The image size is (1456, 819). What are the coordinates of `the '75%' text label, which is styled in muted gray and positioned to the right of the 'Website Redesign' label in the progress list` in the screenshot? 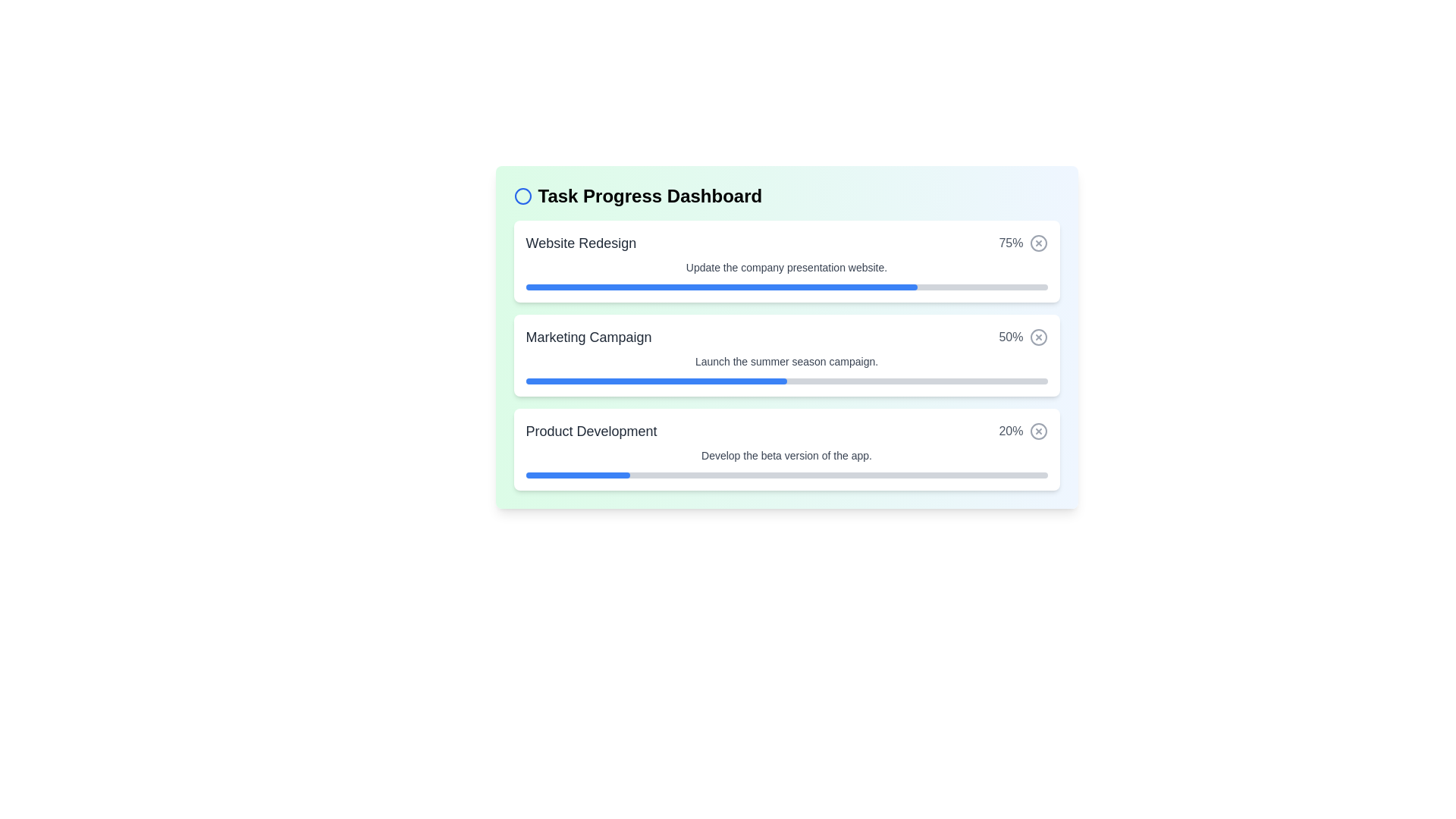 It's located at (1023, 242).